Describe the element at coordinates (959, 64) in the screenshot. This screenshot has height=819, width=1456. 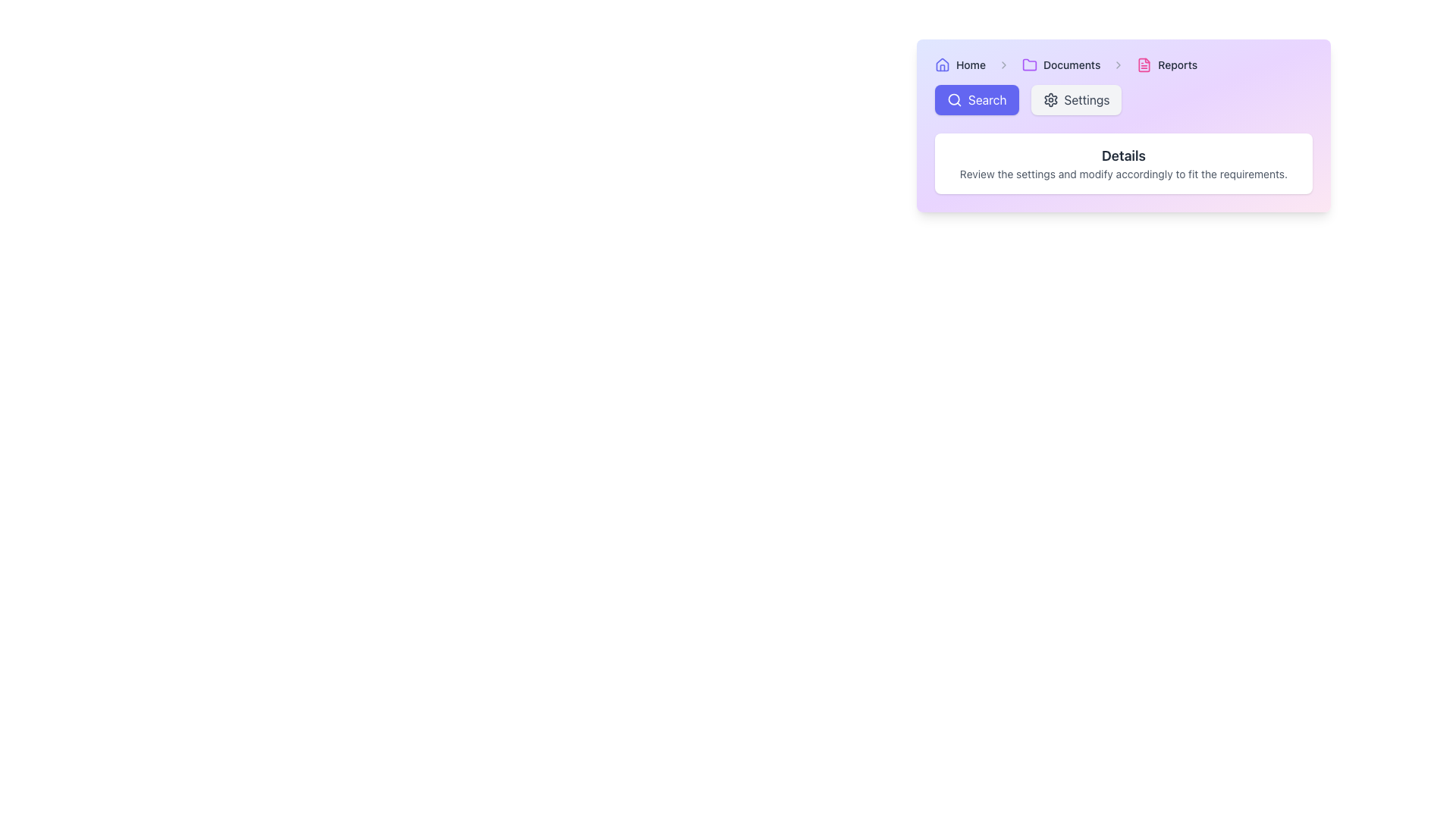
I see `the 'Home' breadcrumb item, which is the first breadcrumb item represented by a house icon and gray text` at that location.